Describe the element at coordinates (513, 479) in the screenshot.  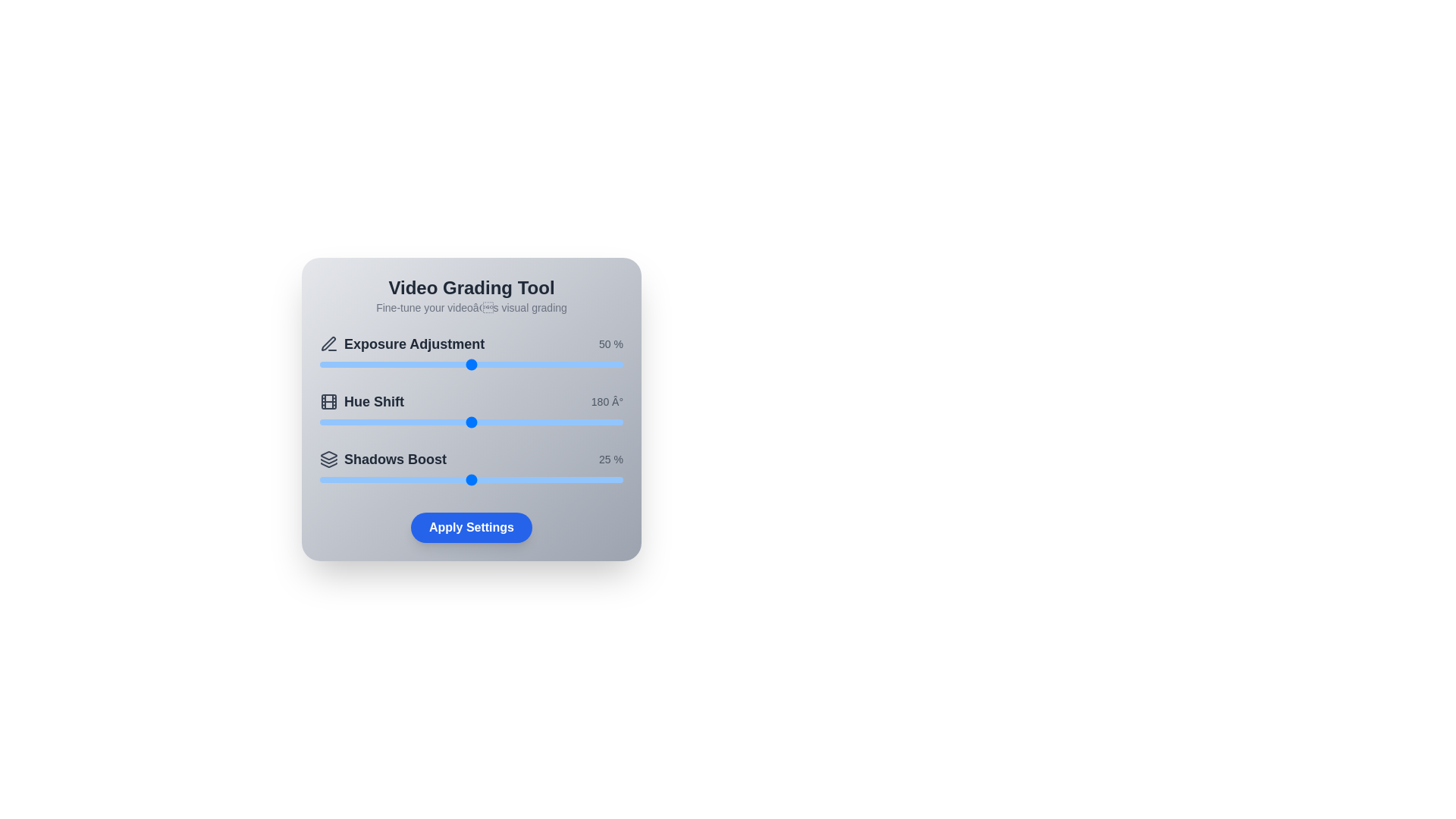
I see `the 'Shadows Boost' slider` at that location.